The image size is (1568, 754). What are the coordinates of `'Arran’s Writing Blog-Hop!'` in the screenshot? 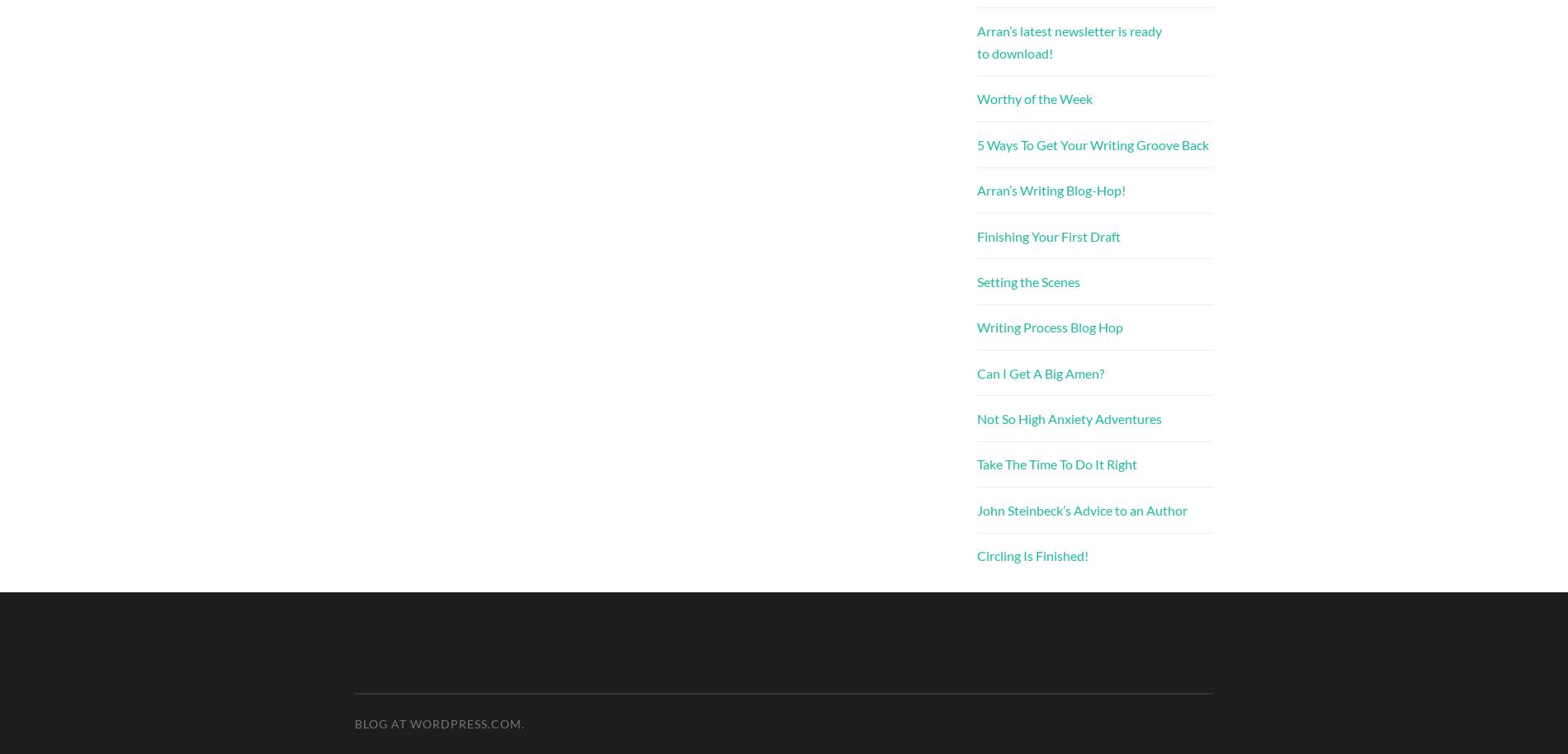 It's located at (1050, 189).